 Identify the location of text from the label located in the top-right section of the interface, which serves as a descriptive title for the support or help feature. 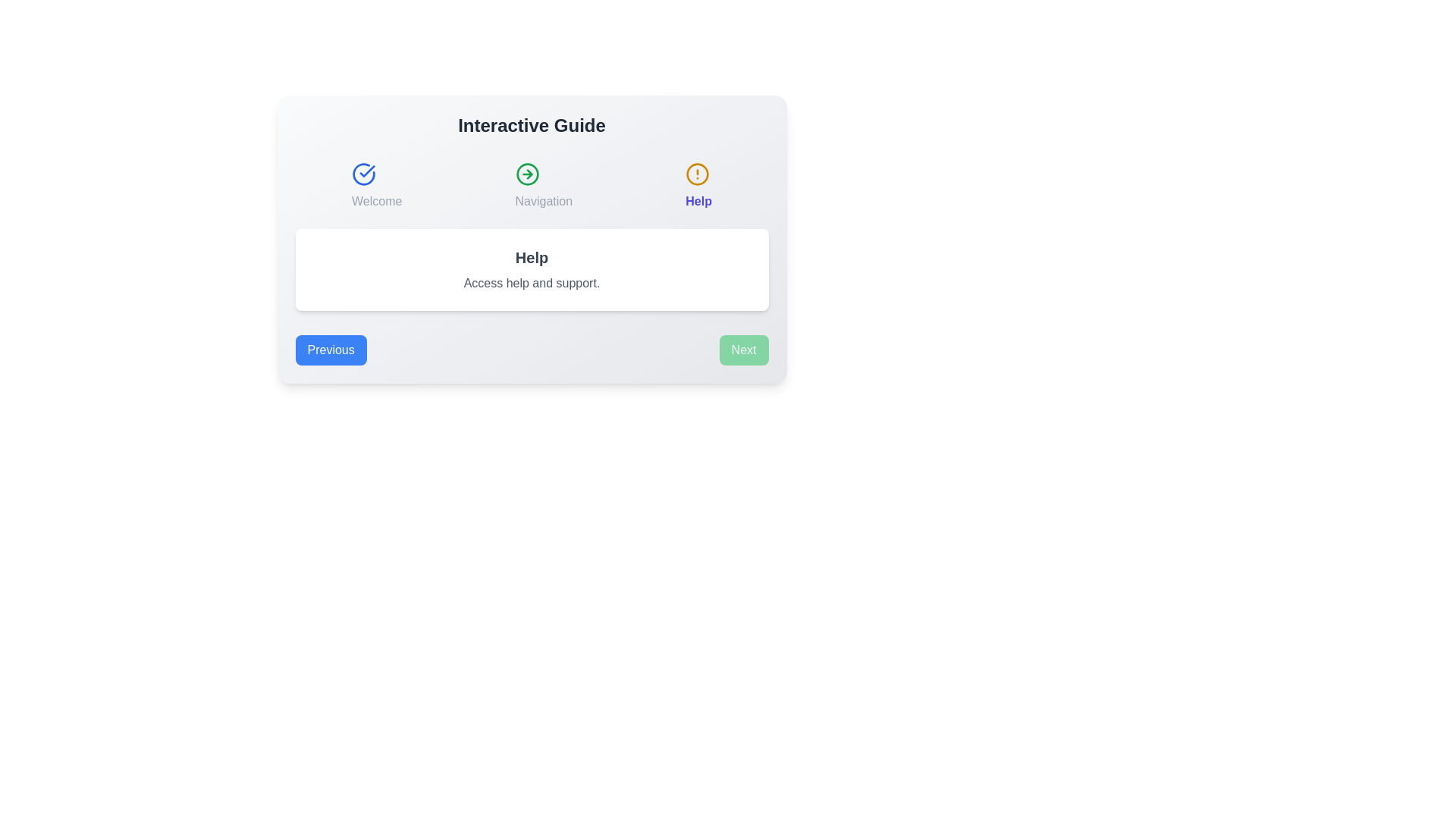
(698, 186).